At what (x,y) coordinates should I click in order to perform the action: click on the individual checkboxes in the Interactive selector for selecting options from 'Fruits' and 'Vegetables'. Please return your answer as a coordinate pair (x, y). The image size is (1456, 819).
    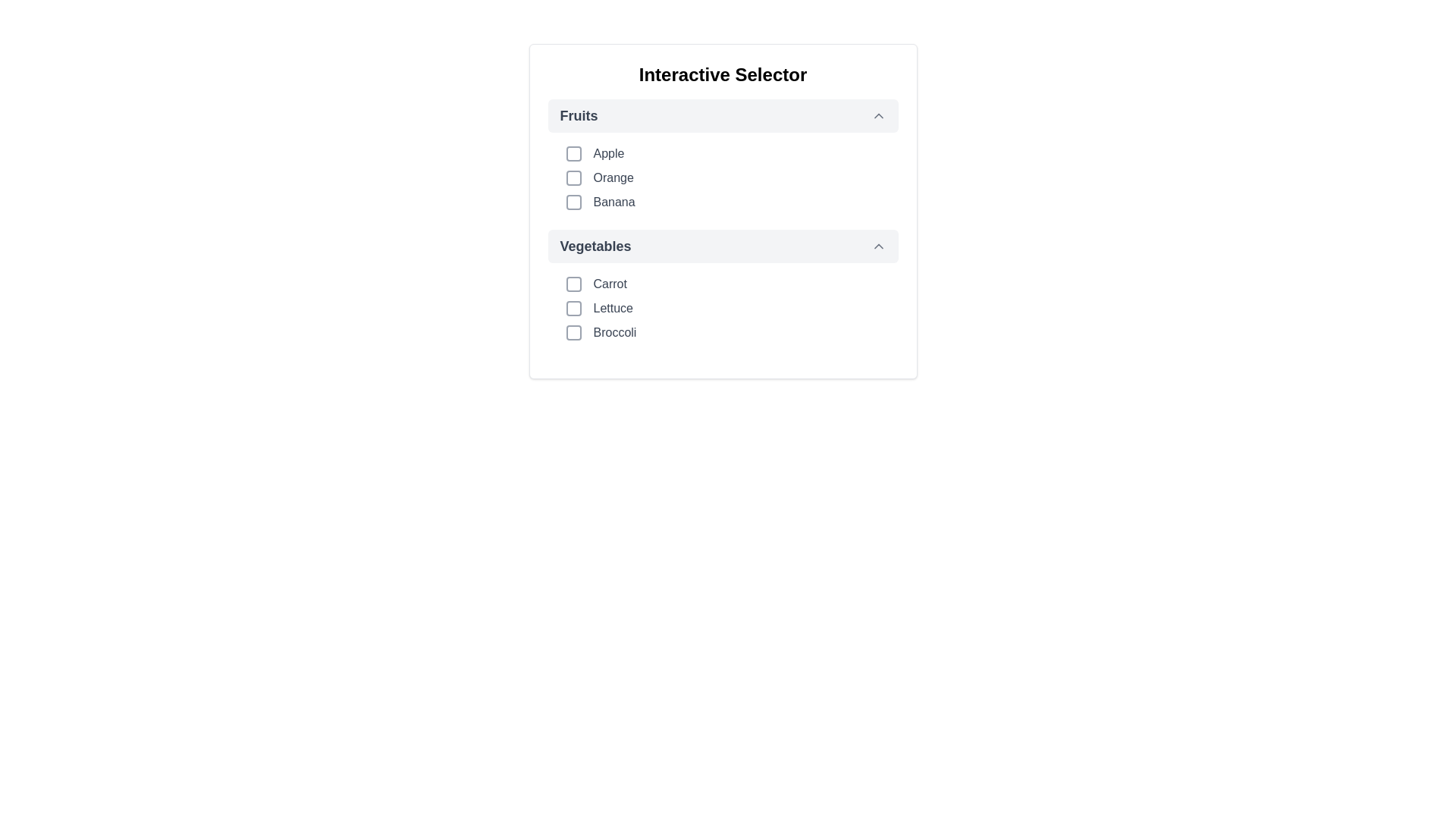
    Looking at the image, I should click on (722, 211).